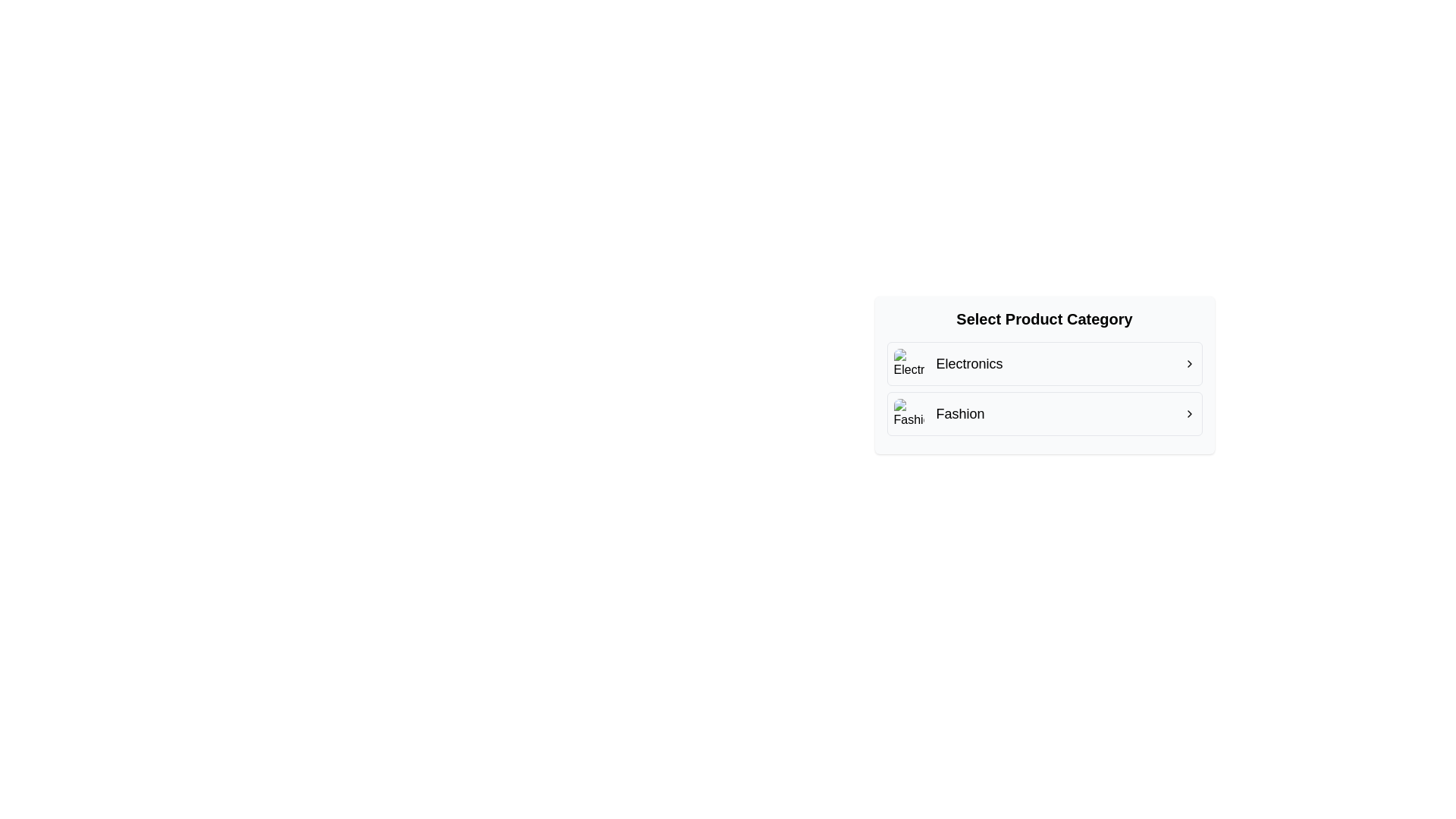  What do you see at coordinates (1043, 363) in the screenshot?
I see `the first selectable category in the product selection menu labeled 'Electronics'` at bounding box center [1043, 363].